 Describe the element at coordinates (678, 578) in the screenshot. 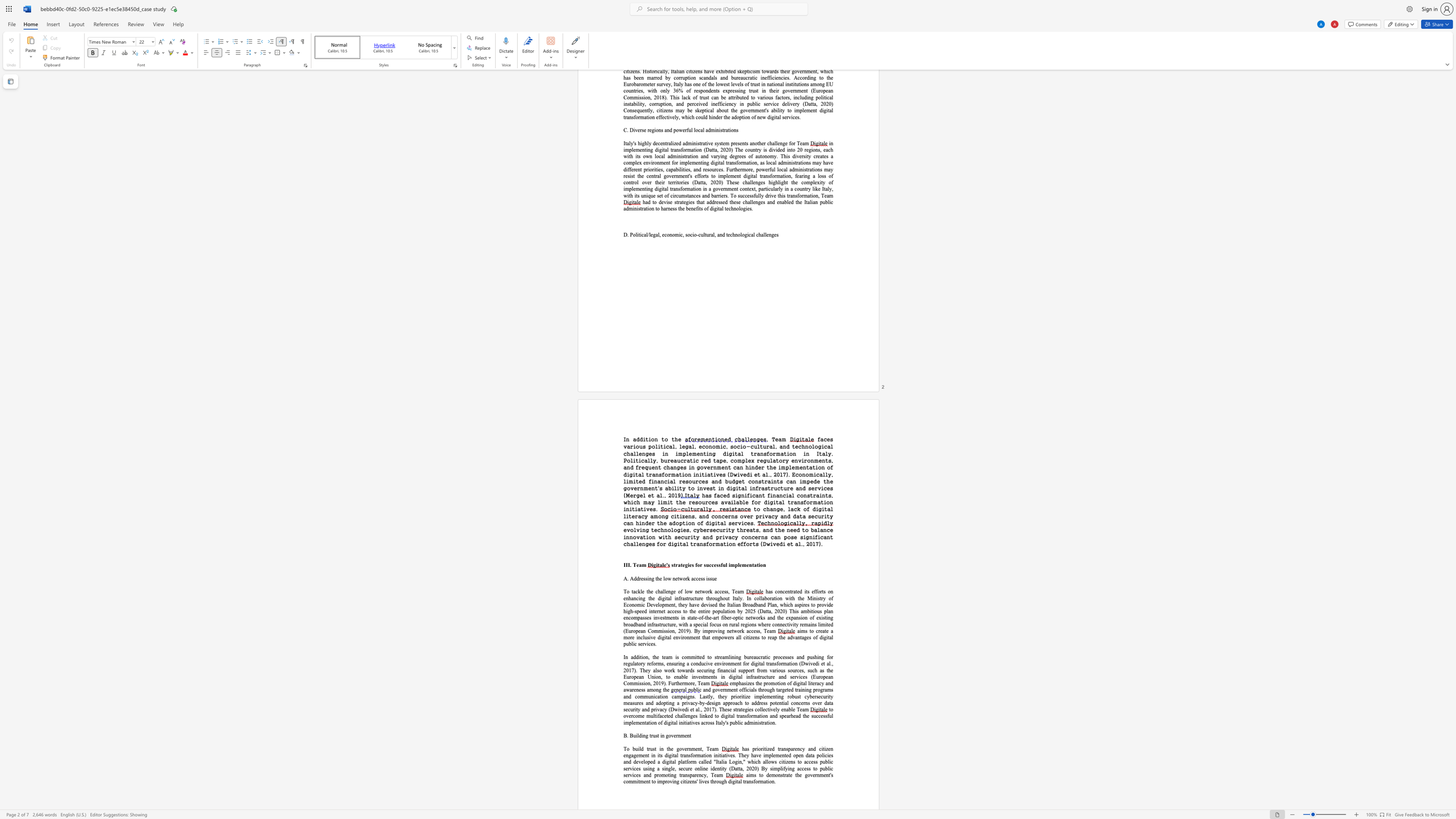

I see `the subset text "work access i" within the text "A. Addressing the low network access issue"` at that location.